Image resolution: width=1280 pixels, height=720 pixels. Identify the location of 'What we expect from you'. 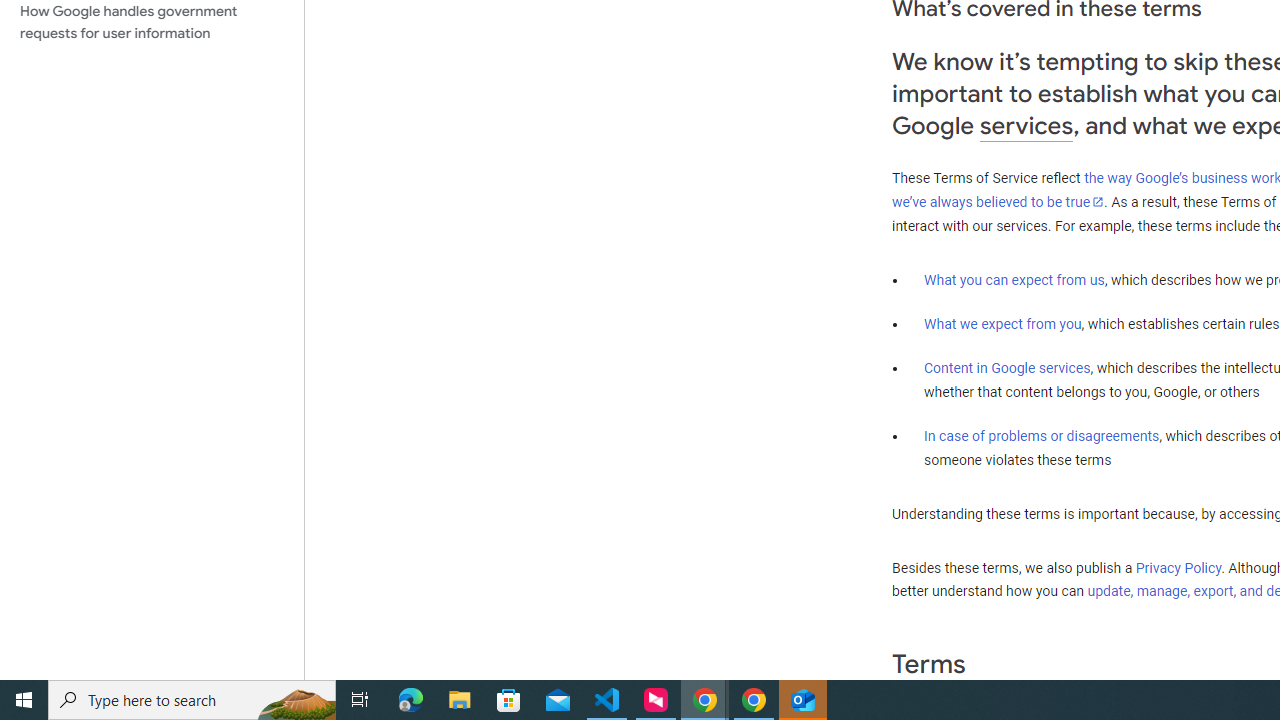
(1002, 323).